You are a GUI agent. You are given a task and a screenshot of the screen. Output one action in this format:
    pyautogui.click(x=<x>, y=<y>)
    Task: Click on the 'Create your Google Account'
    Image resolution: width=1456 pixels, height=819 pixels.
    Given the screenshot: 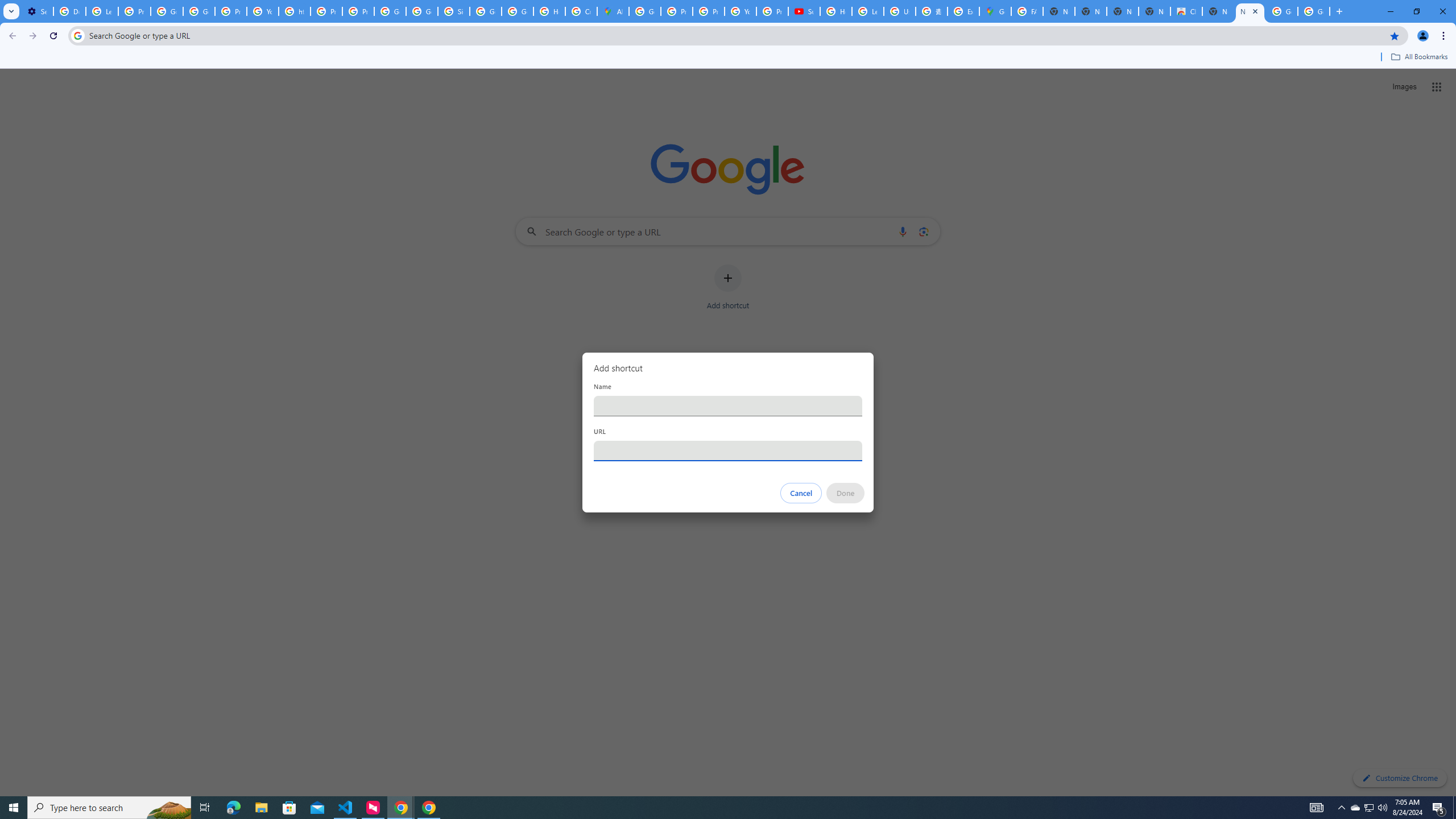 What is the action you would take?
    pyautogui.click(x=581, y=11)
    